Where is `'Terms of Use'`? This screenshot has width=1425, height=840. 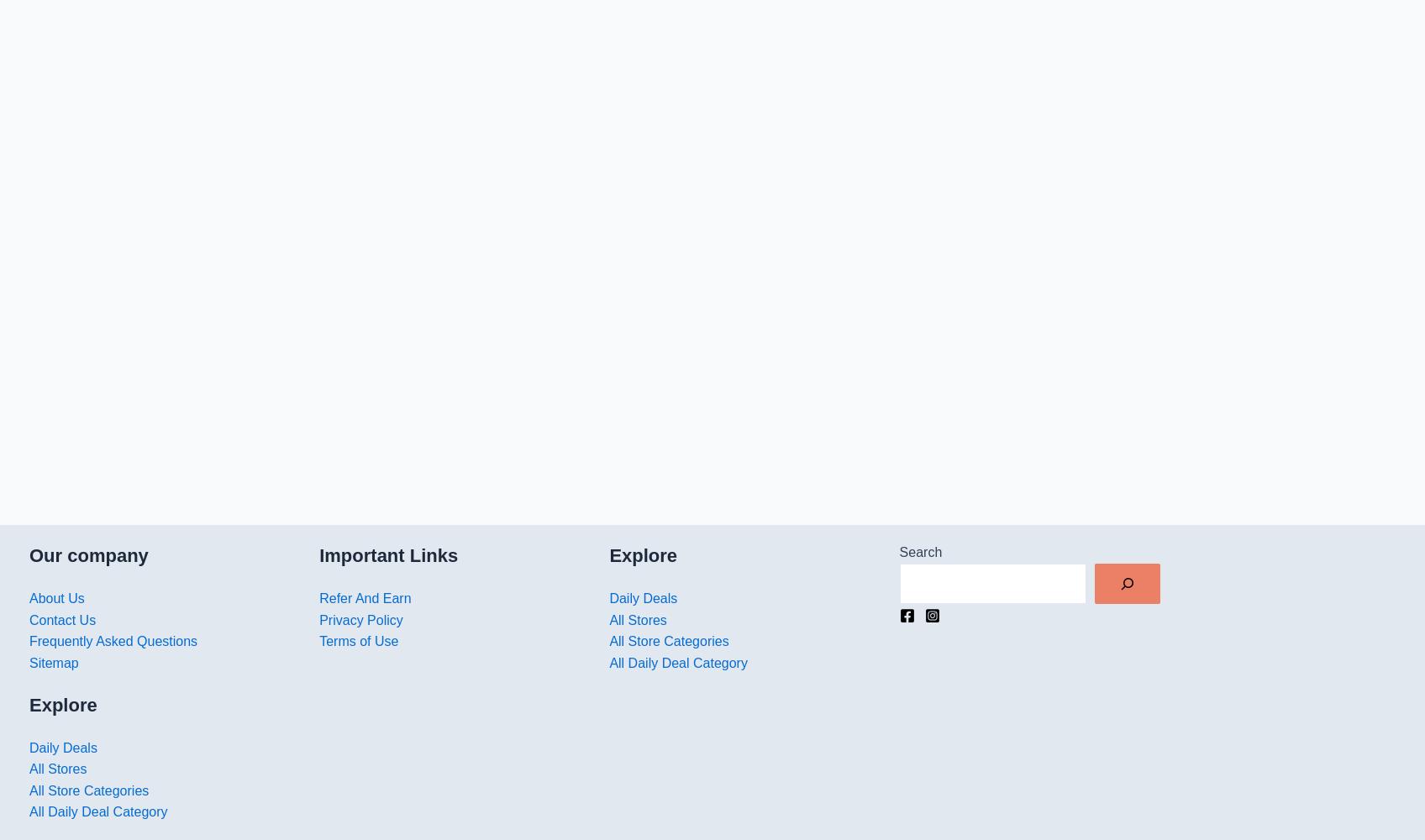
'Terms of Use' is located at coordinates (359, 641).